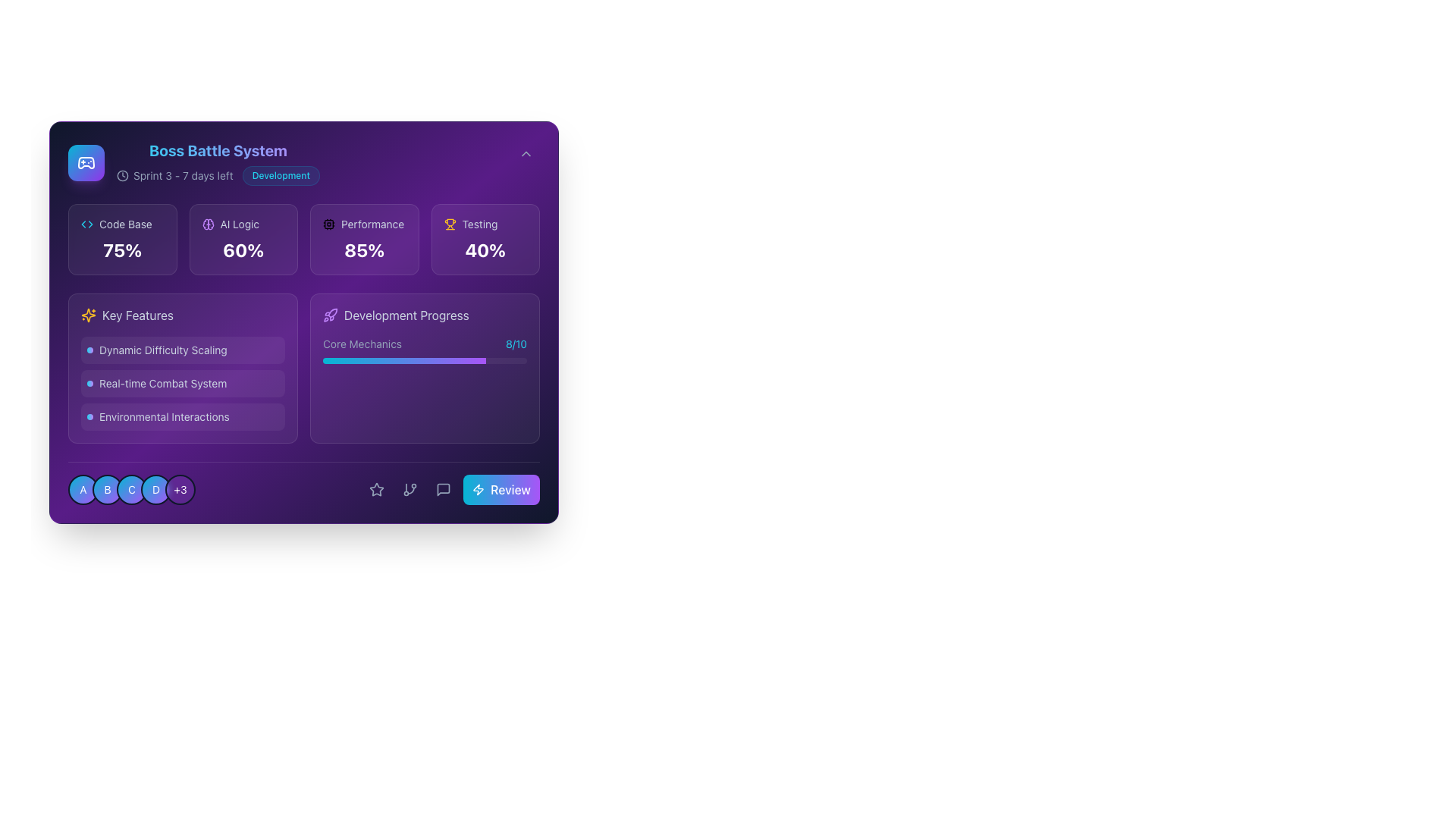 Image resolution: width=1456 pixels, height=819 pixels. I want to click on the displayed score '8/10' in bright cyan-blue font against a dark purple background, located next to the label 'Core Mechanics' within the 'Development Progress' section, so click(516, 344).